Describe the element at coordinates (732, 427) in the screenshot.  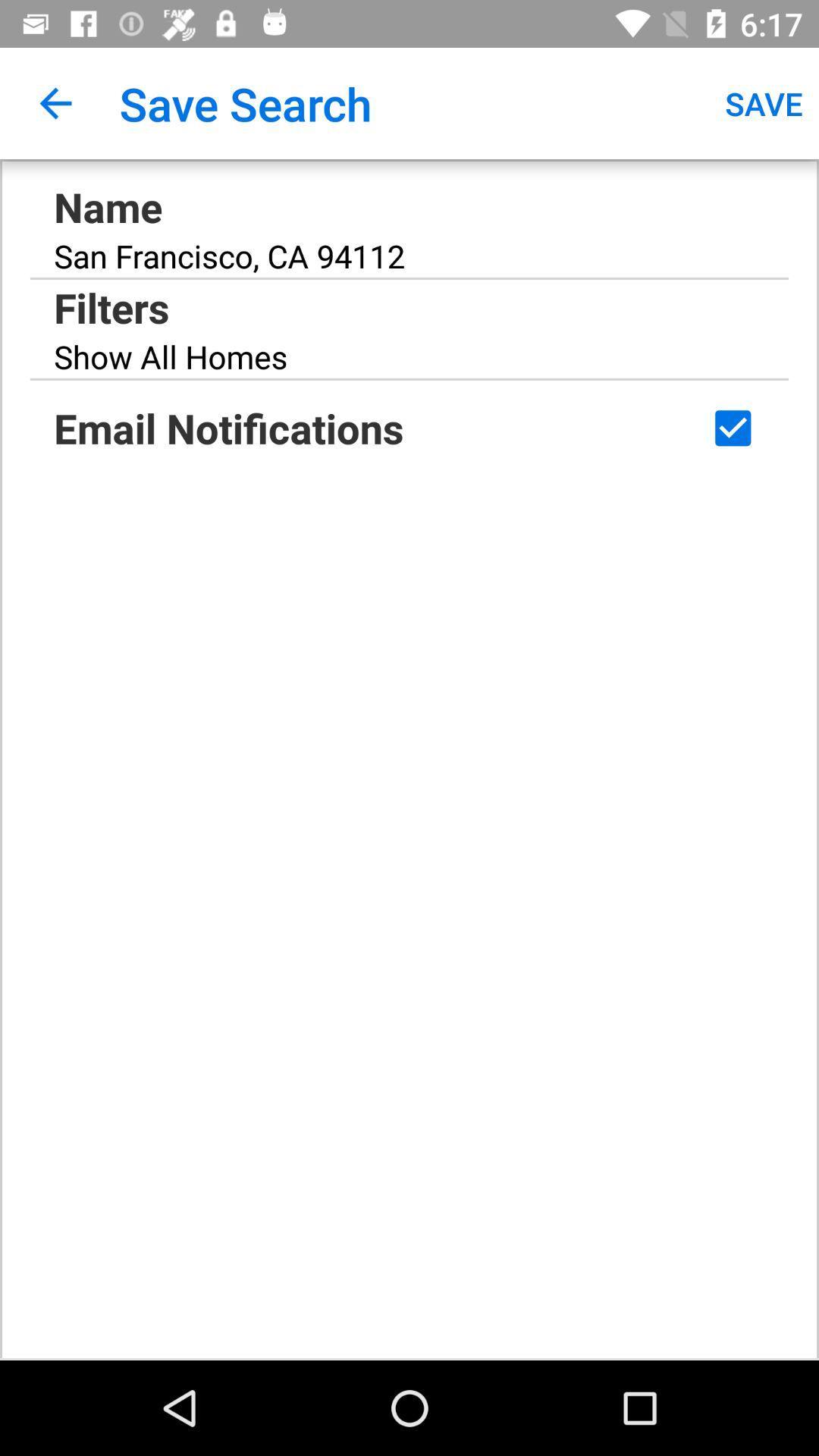
I see `check box to enable the email notifications` at that location.